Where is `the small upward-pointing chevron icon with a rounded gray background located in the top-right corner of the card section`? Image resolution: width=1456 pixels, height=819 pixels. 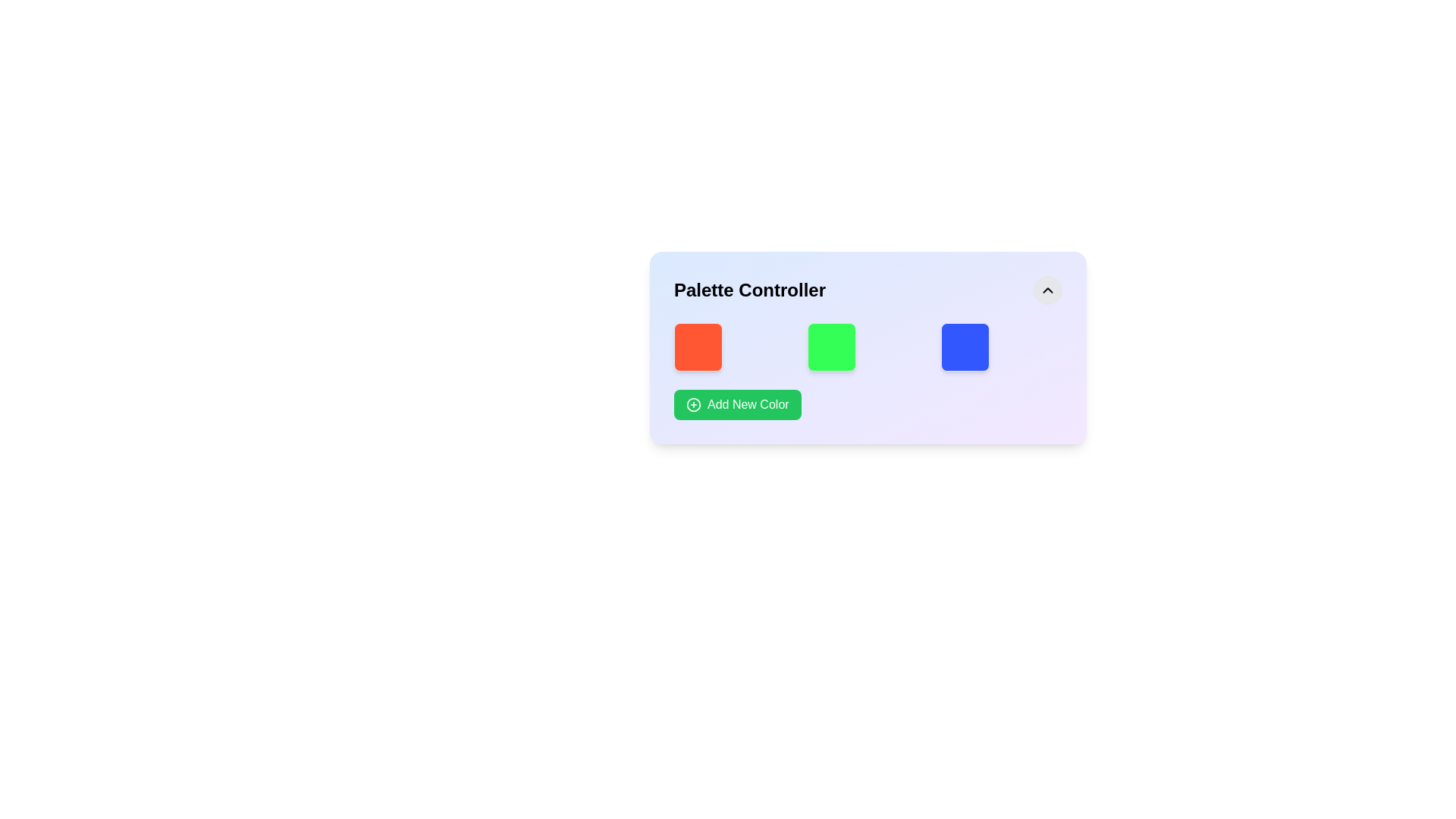 the small upward-pointing chevron icon with a rounded gray background located in the top-right corner of the card section is located at coordinates (1047, 290).